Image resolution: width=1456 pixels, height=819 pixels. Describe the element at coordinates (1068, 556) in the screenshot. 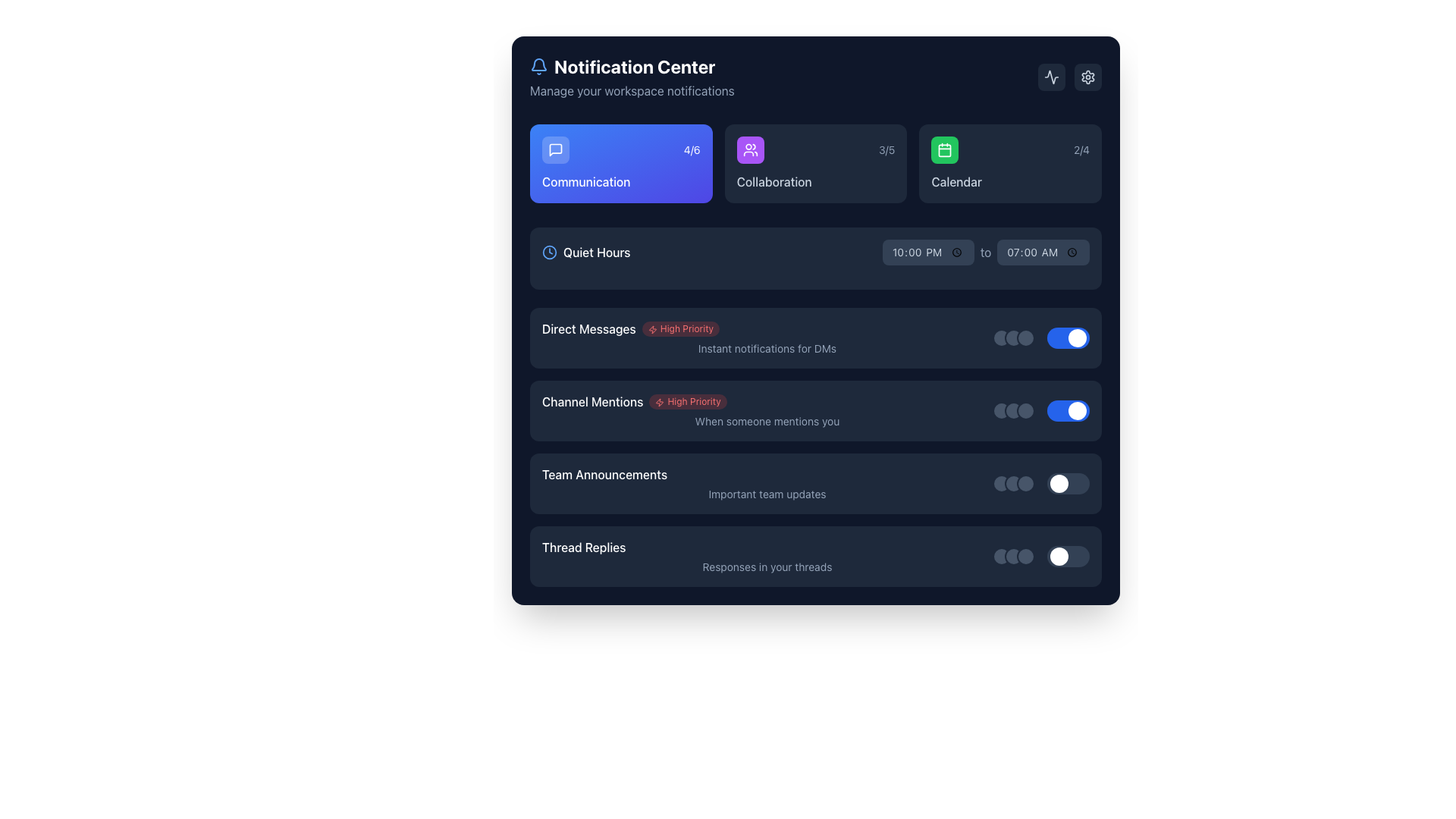

I see `the toggle switch with a dark background and a white circular knob on the far right of the 'Thread Replies' row in the Notification Center interface` at that location.